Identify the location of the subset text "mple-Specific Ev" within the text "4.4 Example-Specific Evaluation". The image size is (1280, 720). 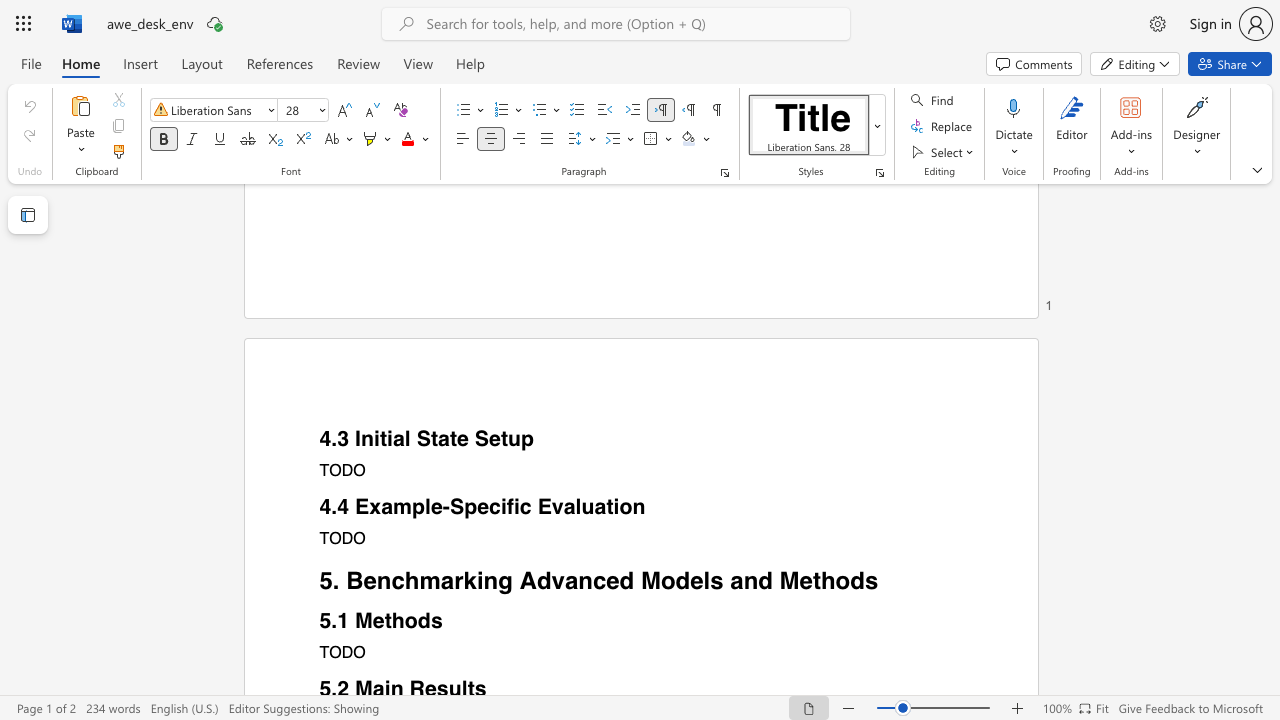
(392, 506).